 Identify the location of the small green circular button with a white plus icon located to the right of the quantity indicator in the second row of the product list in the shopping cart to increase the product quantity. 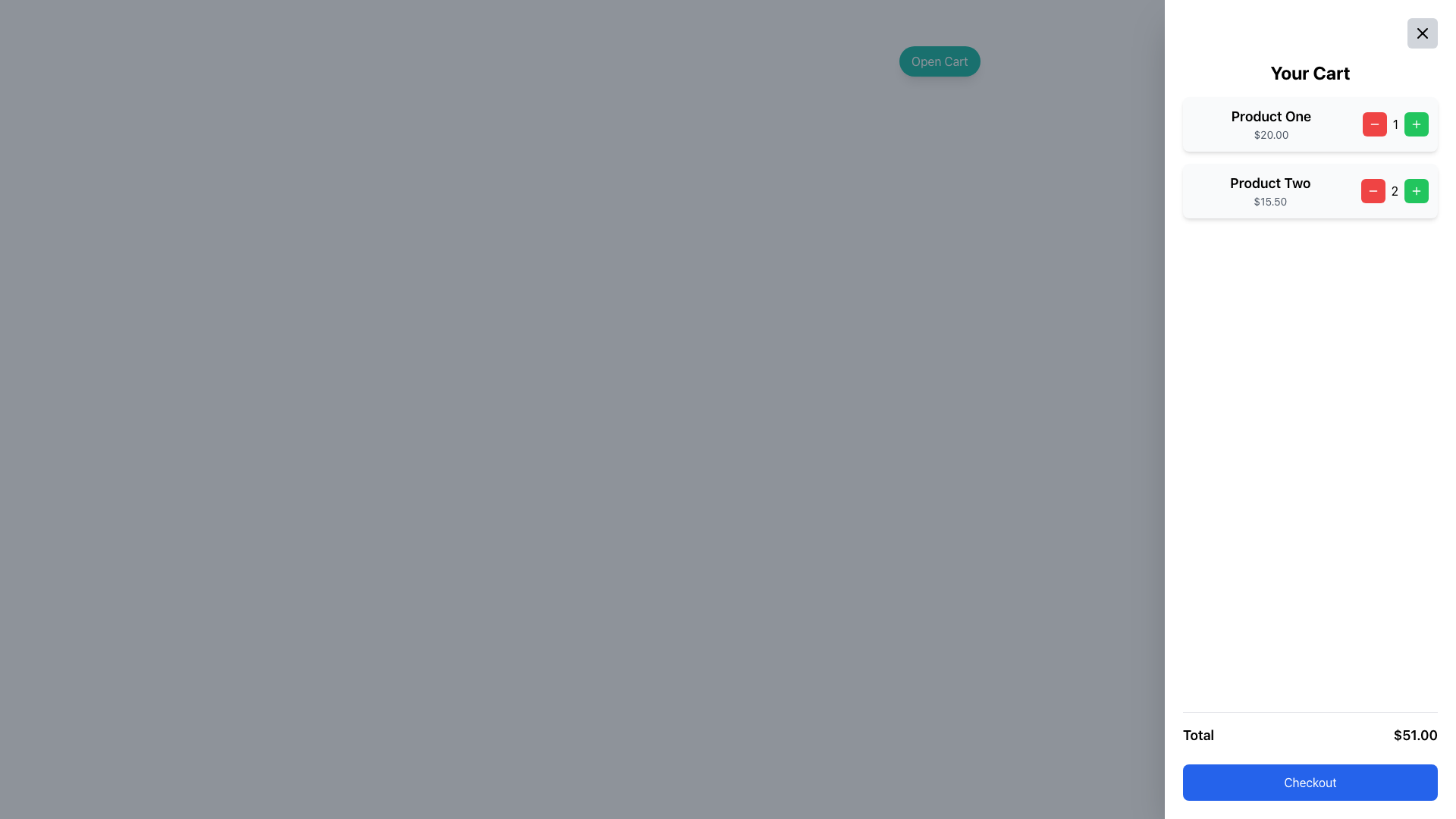
(1415, 124).